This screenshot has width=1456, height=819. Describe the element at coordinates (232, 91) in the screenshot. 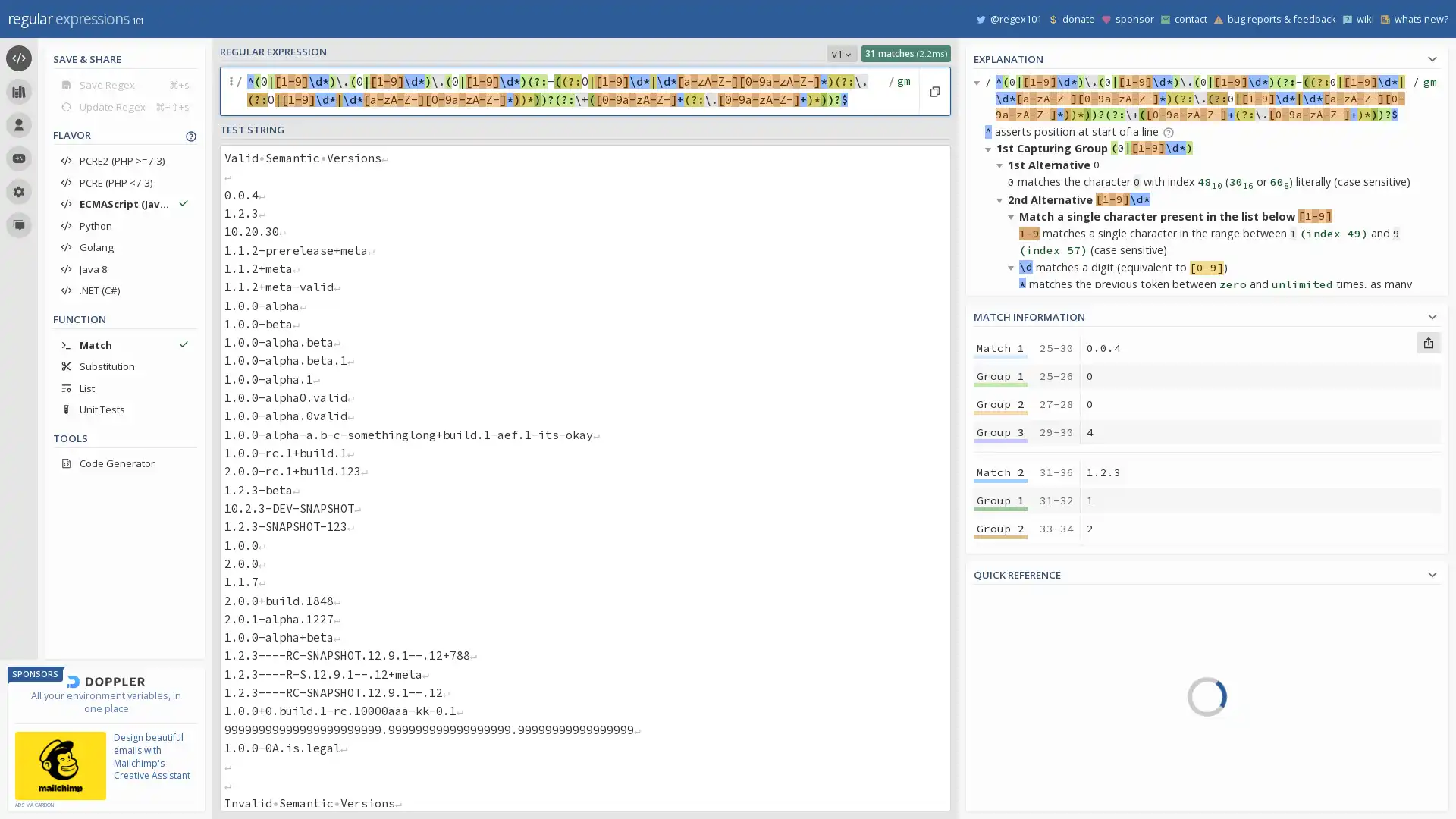

I see `Change delimiter` at that location.